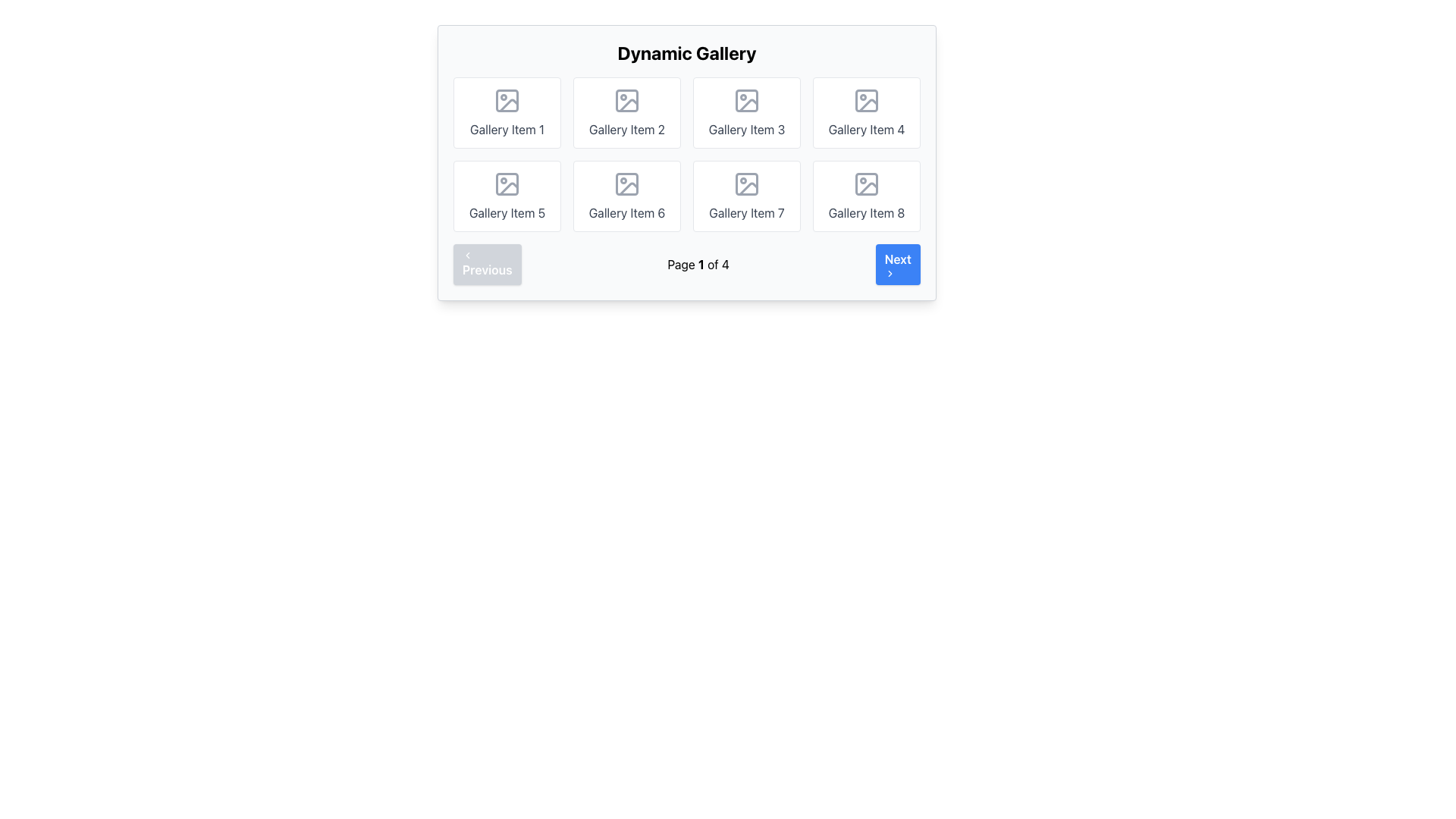 The width and height of the screenshot is (1456, 819). I want to click on the gray icon representing an image with a mountain and sun symbol, located in the eighth card of a two-row gallery layout, centered above 'Gallery Item 8', so click(866, 184).